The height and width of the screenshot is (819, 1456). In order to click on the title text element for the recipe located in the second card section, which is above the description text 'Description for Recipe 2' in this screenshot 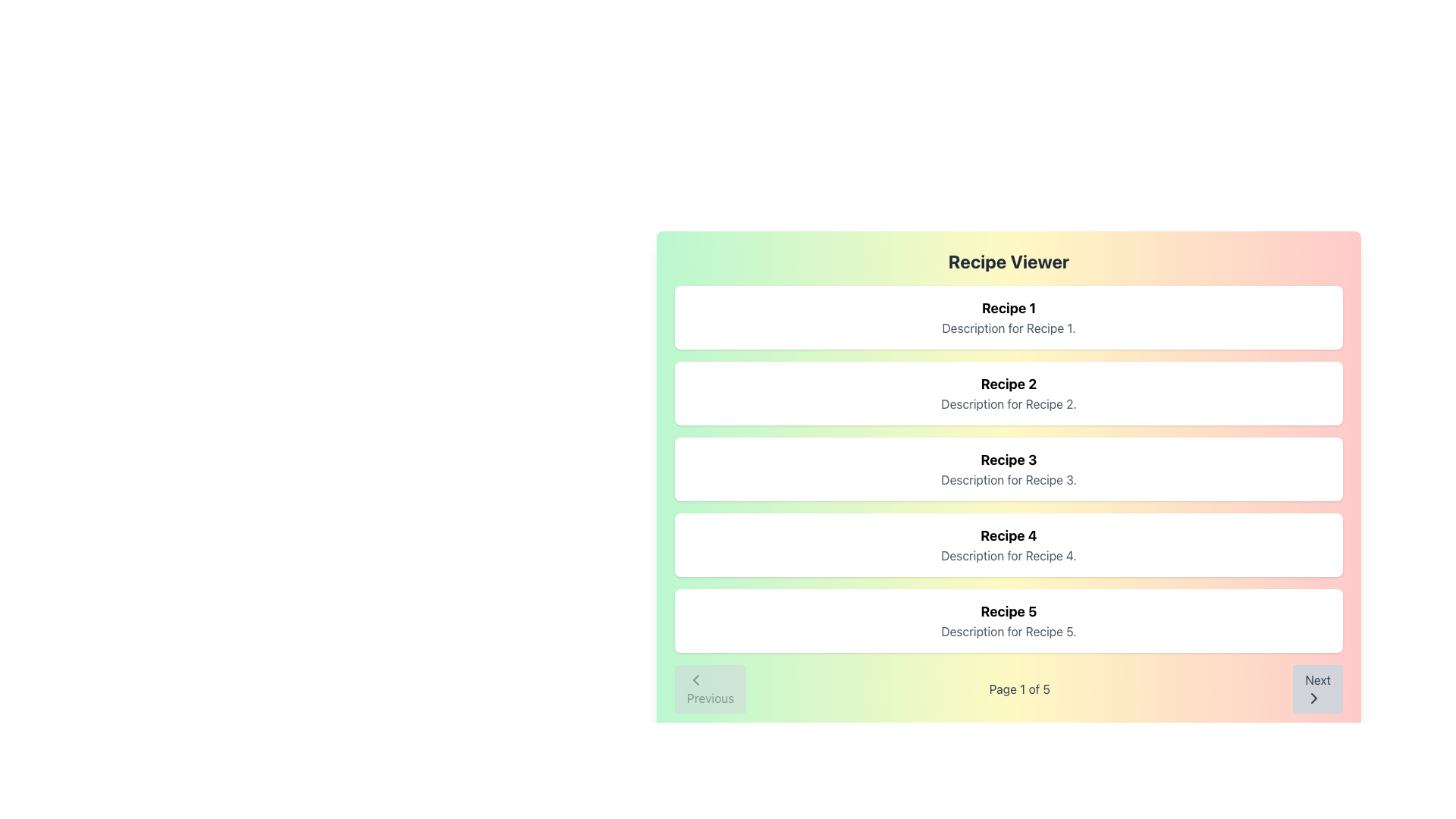, I will do `click(1009, 383)`.